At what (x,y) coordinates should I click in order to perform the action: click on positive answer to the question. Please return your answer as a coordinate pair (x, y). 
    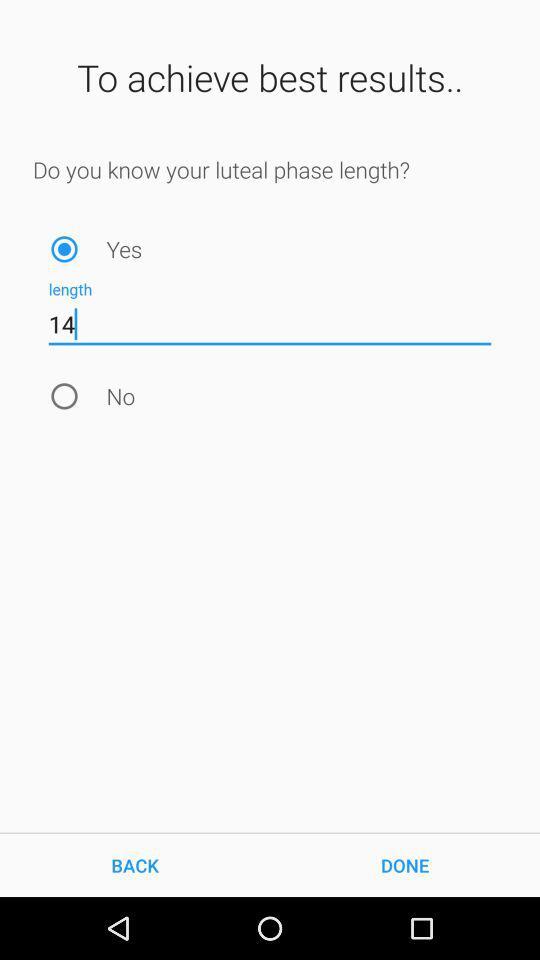
    Looking at the image, I should click on (64, 248).